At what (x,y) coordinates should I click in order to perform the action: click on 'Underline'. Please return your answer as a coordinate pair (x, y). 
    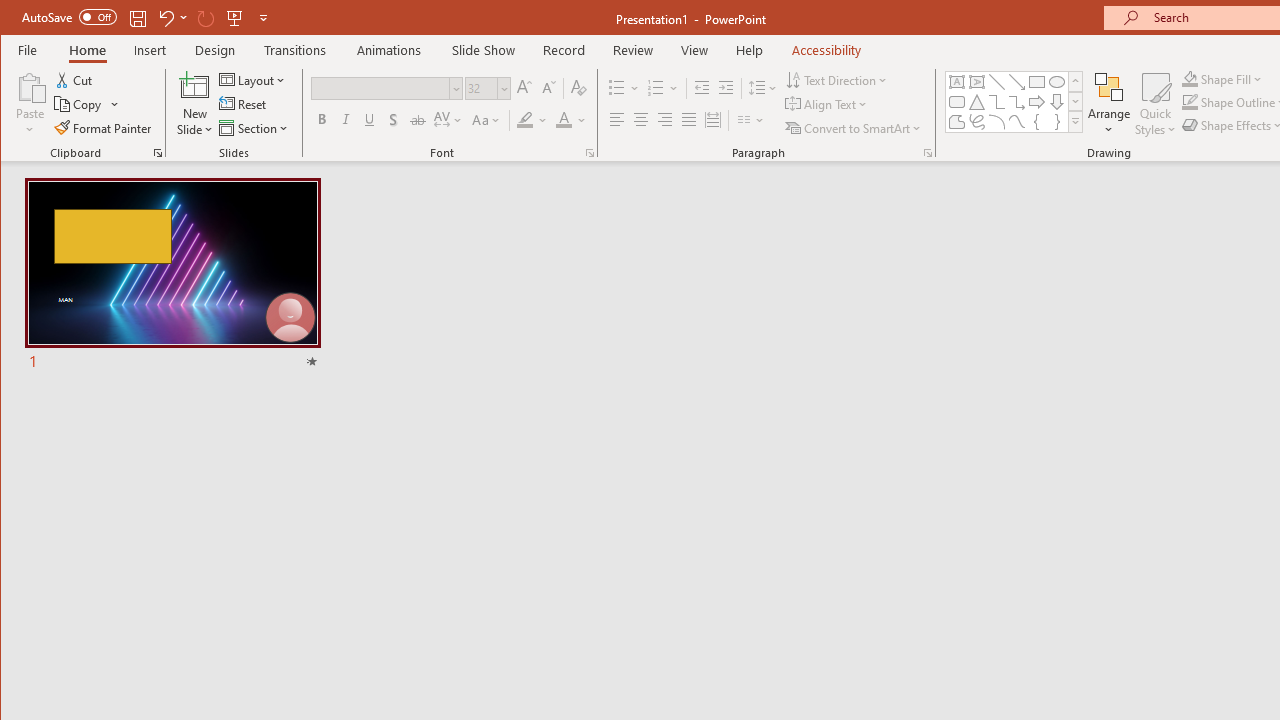
    Looking at the image, I should click on (369, 120).